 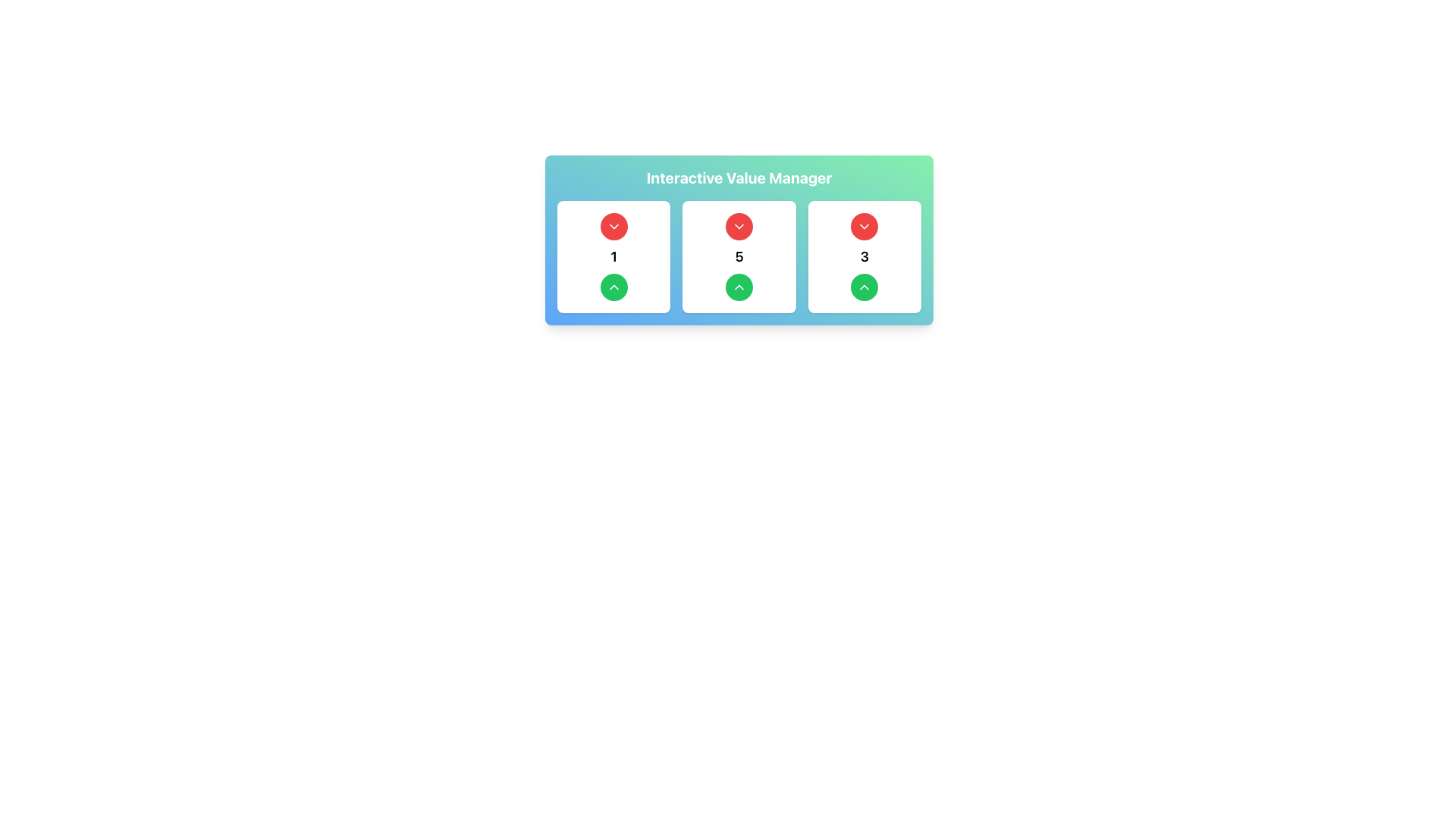 I want to click on the chevron icon located inside the circular red button at the top of the first column in the 'Interactive Value Manager' section for potential visual feedback, so click(x=613, y=227).